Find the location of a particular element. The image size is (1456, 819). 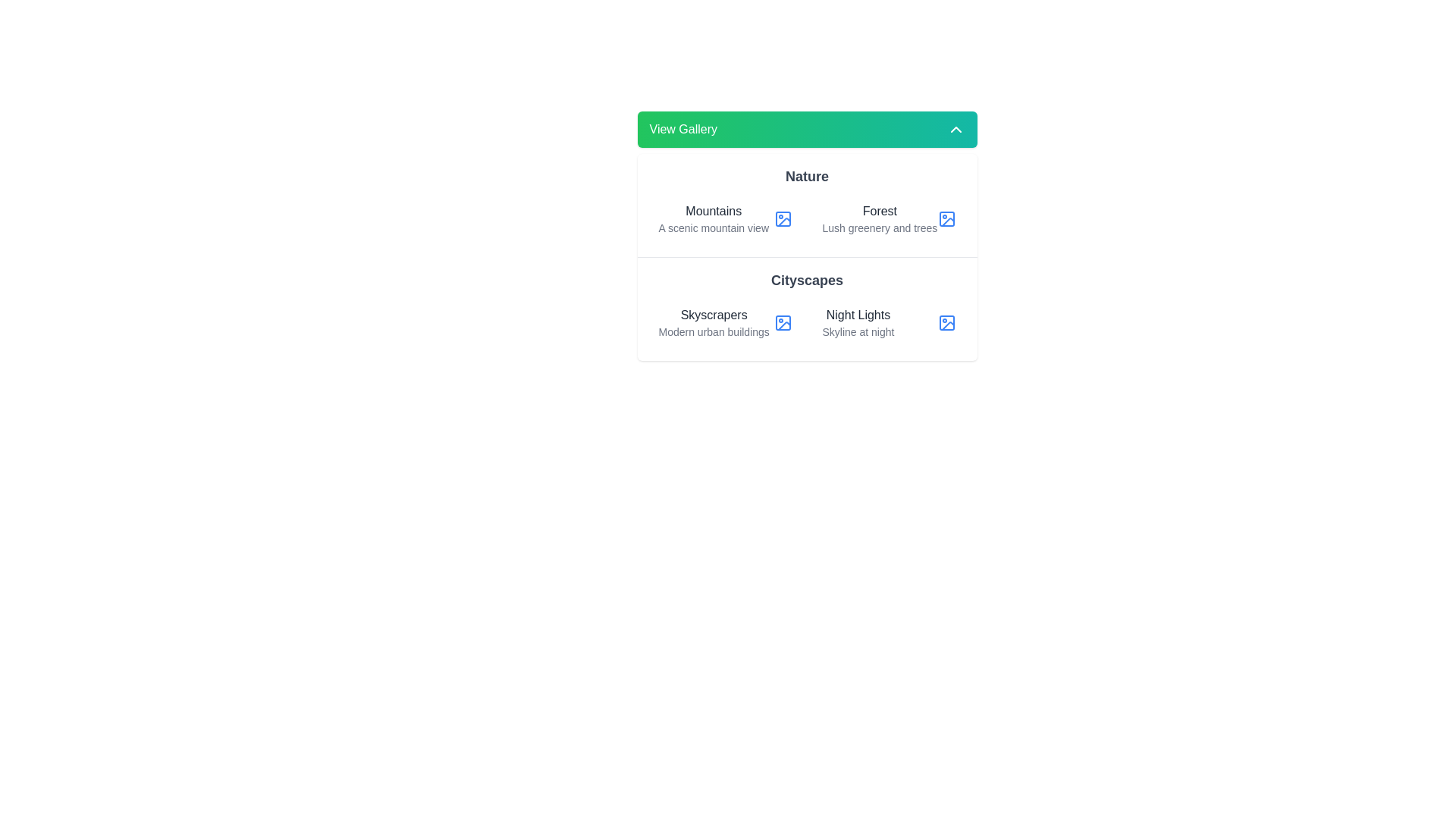

the 'Mountains' selection card located in the top row of the 'Nature' section is located at coordinates (724, 219).